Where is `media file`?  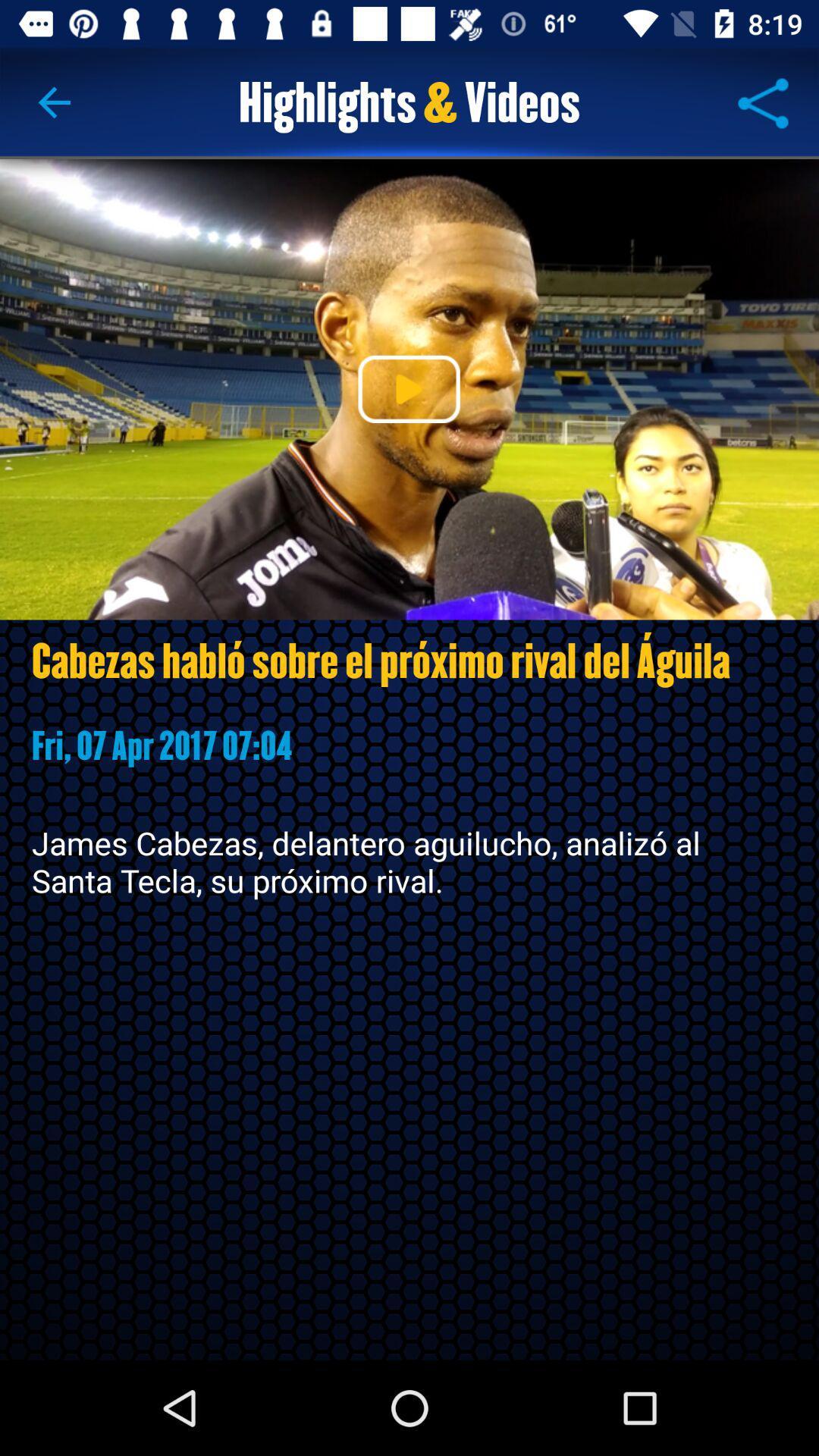 media file is located at coordinates (408, 389).